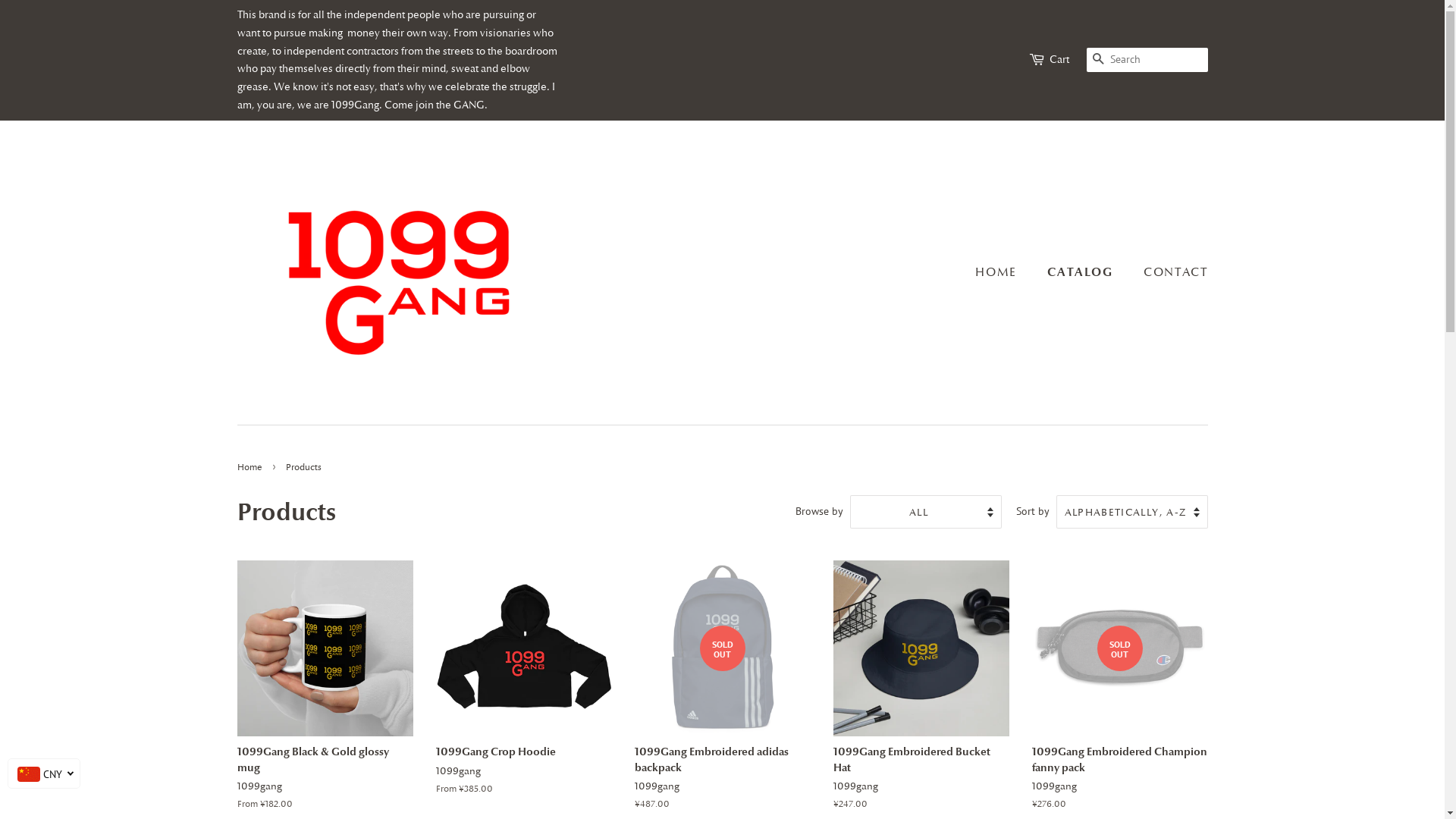  What do you see at coordinates (1081, 271) in the screenshot?
I see `'CATALOG'` at bounding box center [1081, 271].